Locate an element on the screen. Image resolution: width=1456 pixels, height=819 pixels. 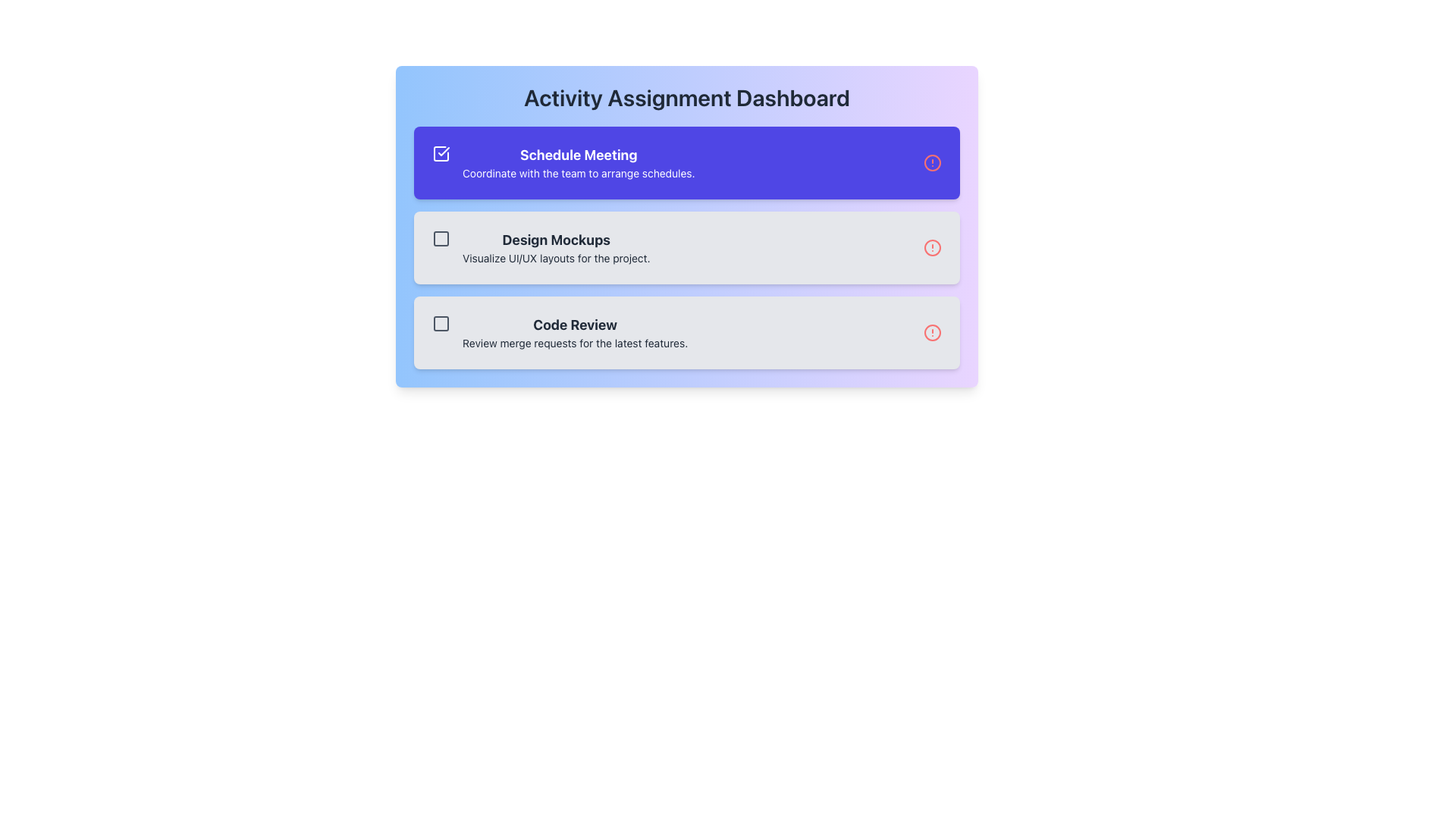
the checkbox-like indicator with a checkmark symbol on a blue background, located to the left of the 'Schedule Meeting' text is located at coordinates (440, 154).